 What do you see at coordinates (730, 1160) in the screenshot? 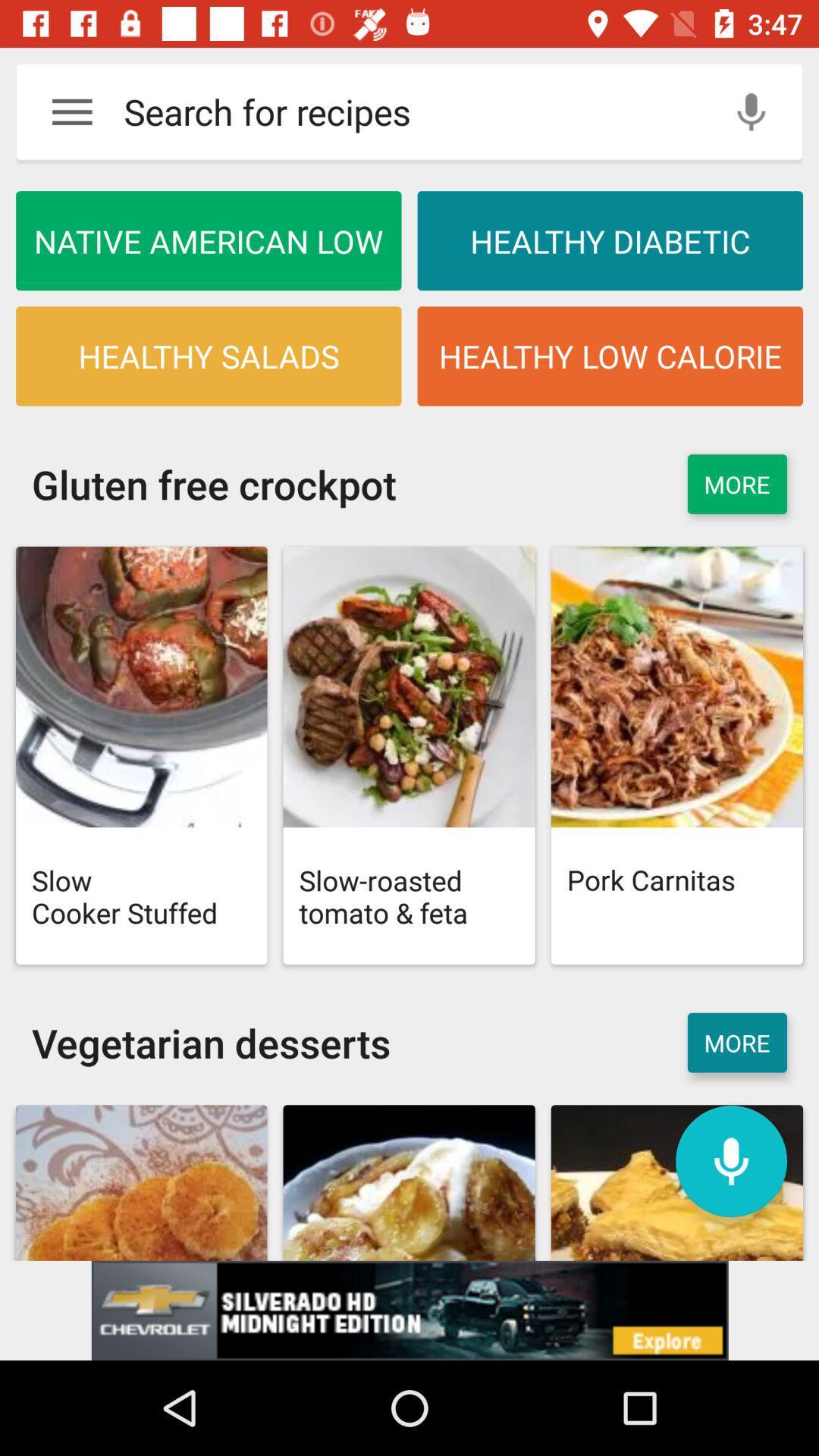
I see `the microphone icon` at bounding box center [730, 1160].